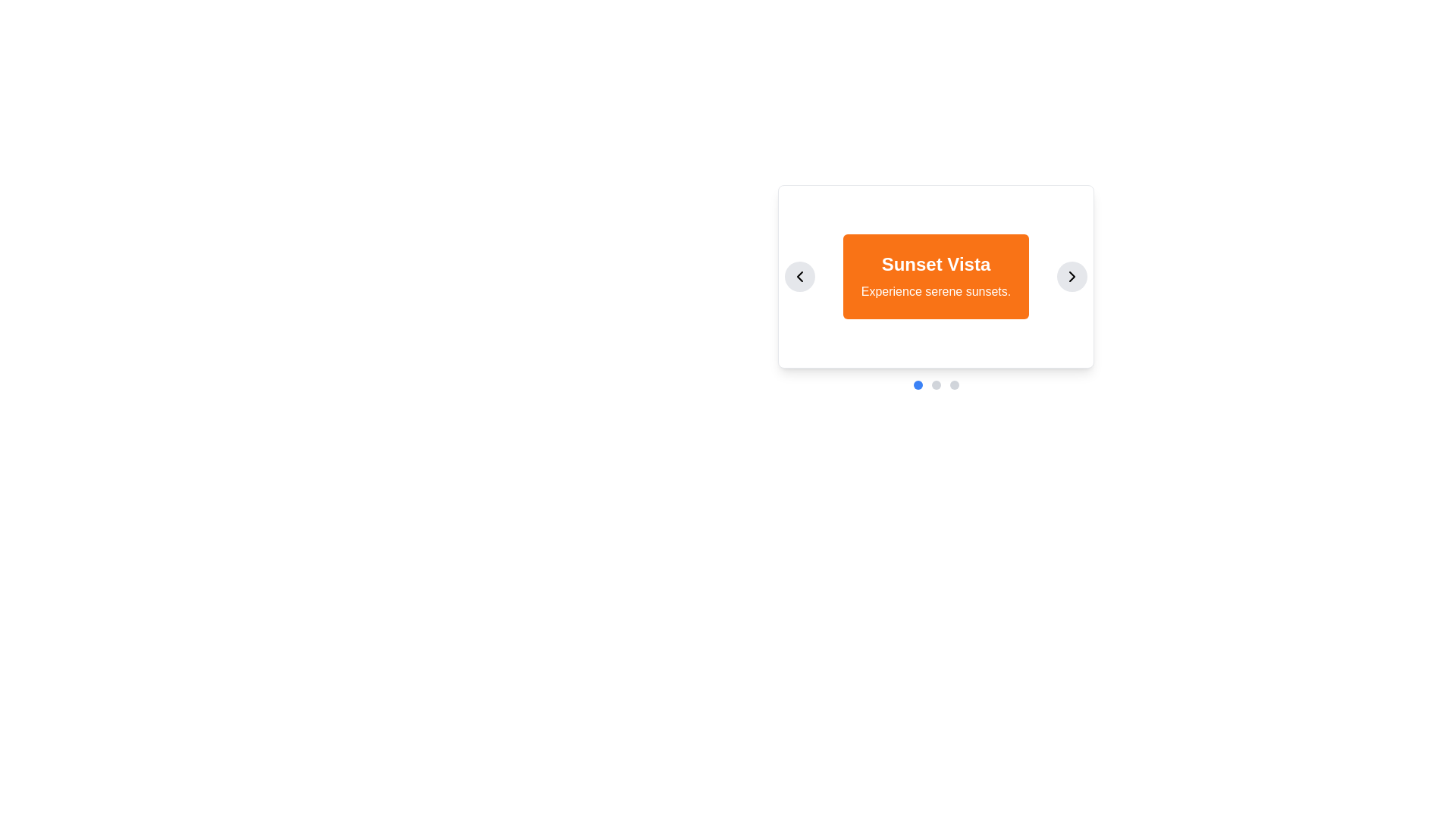  Describe the element at coordinates (935, 384) in the screenshot. I see `the second circle button located centrally under the carousel` at that location.